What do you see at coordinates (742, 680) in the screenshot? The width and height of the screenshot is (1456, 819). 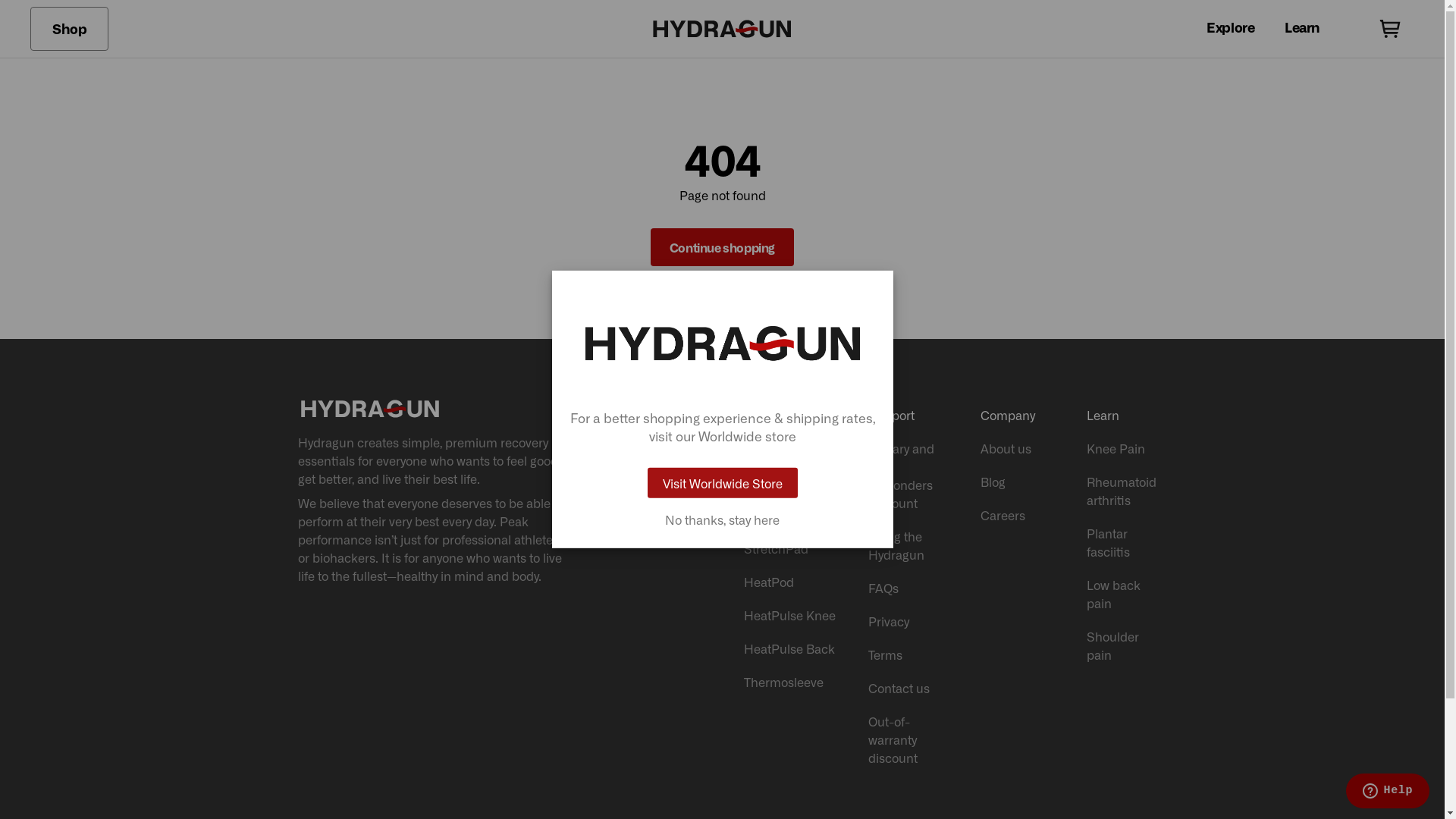 I see `'Thermosleeve'` at bounding box center [742, 680].